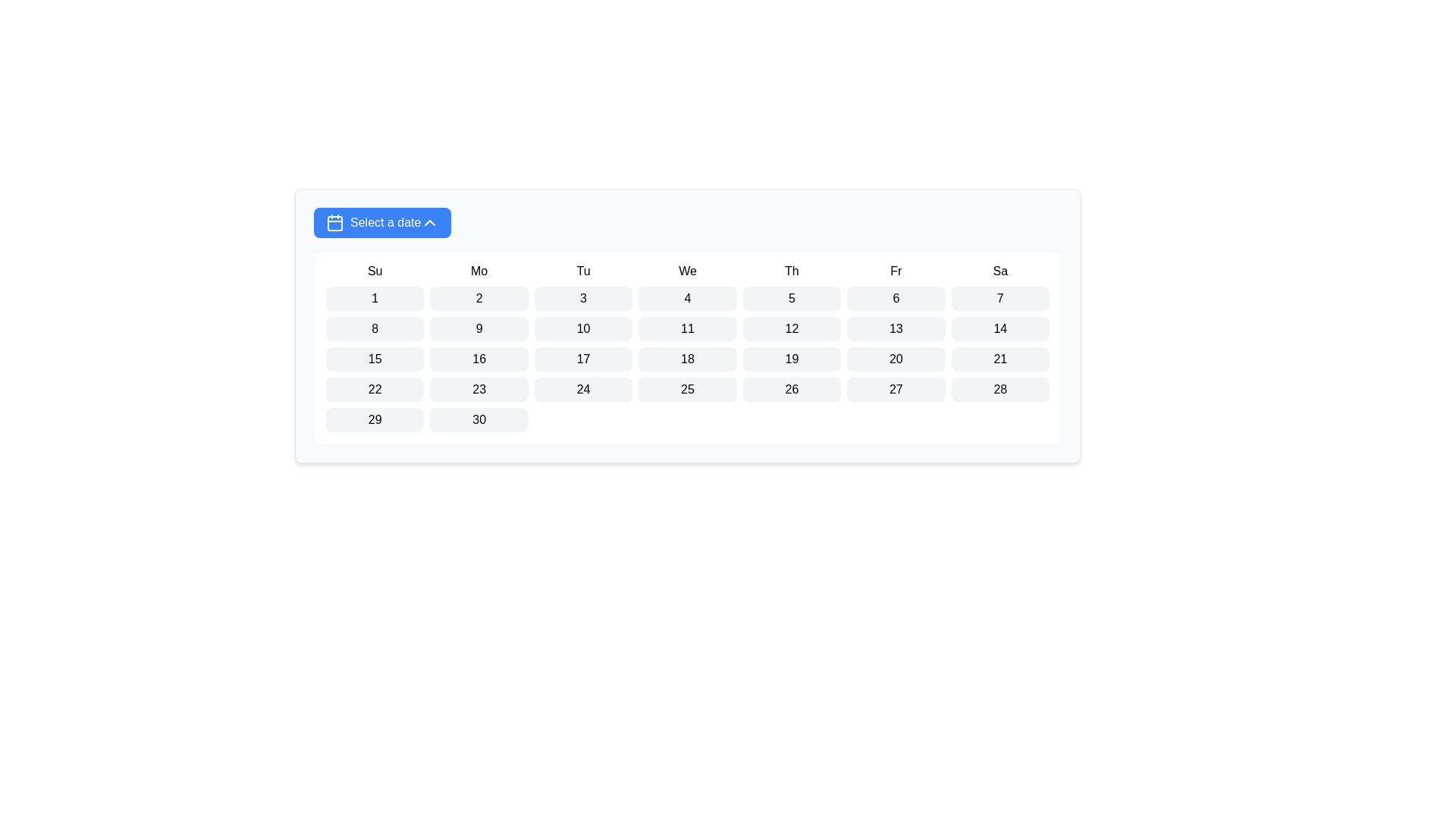 The width and height of the screenshot is (1456, 819). I want to click on the button containing the number '3' in the first row under the 'Tu' column, so click(582, 298).